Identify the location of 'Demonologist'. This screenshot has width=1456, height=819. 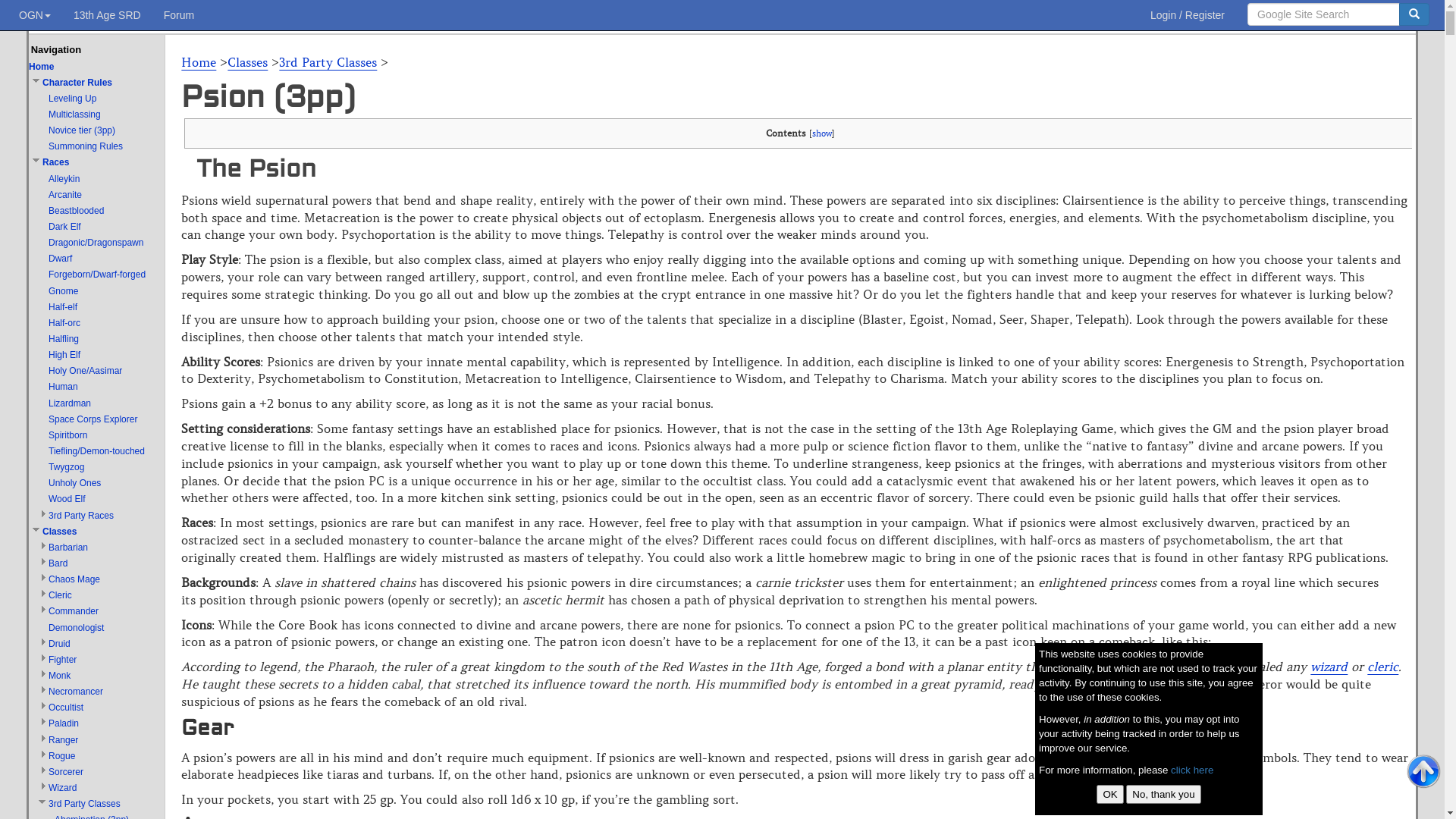
(75, 628).